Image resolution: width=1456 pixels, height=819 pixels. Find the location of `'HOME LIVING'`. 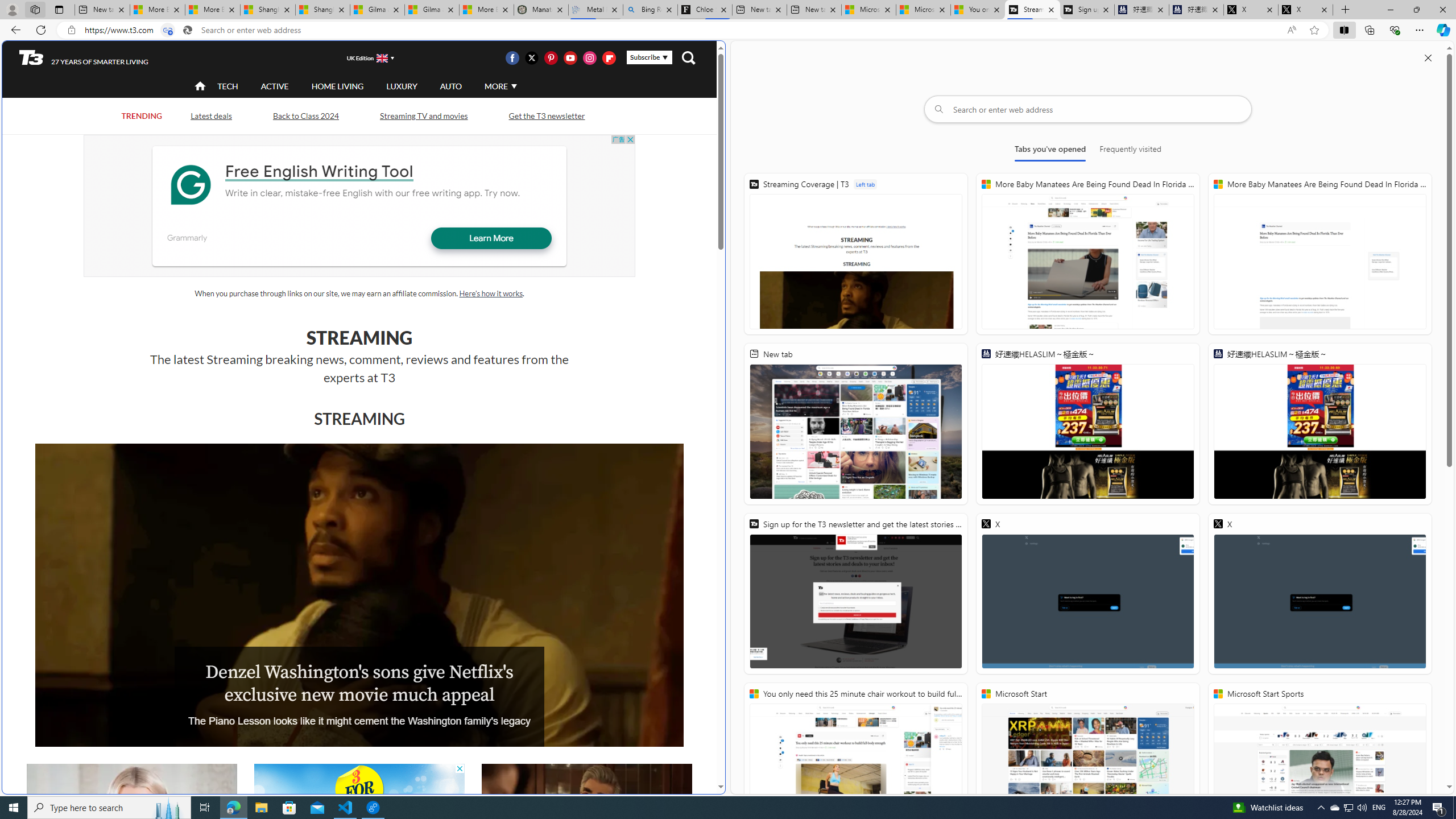

'HOME LIVING' is located at coordinates (337, 85).